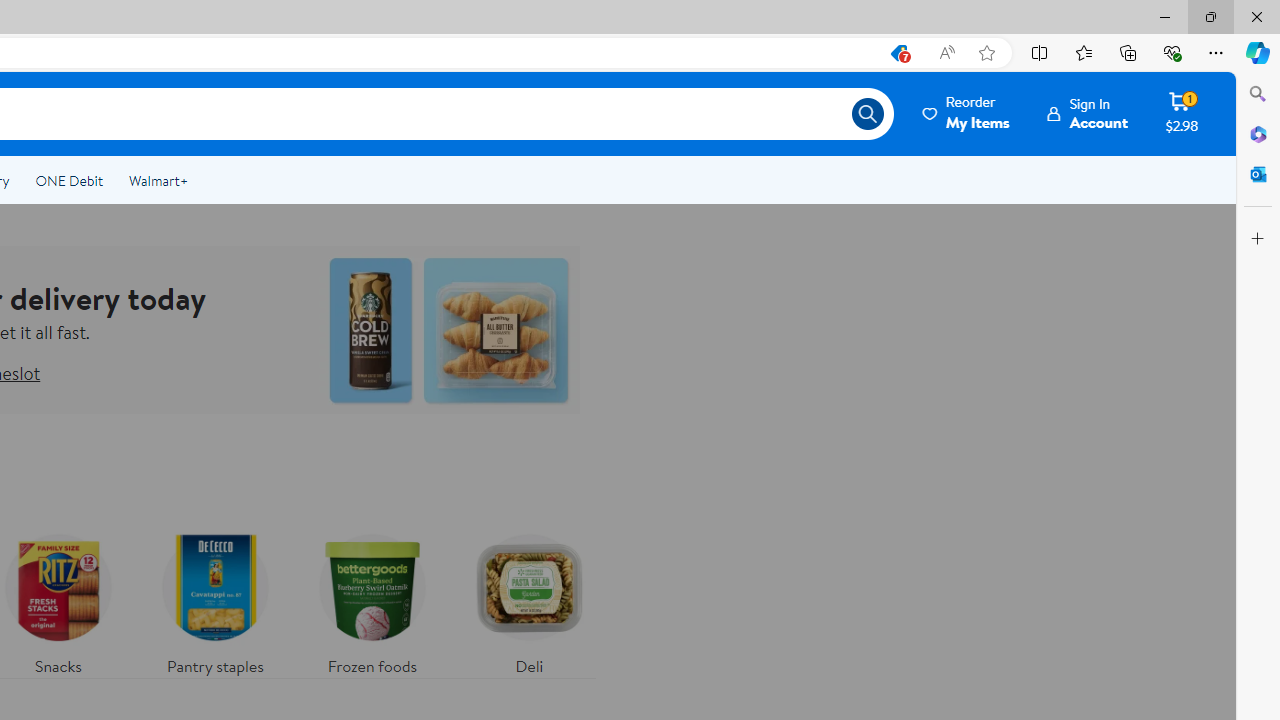  Describe the element at coordinates (967, 113) in the screenshot. I see `'Reorder My Items'` at that location.